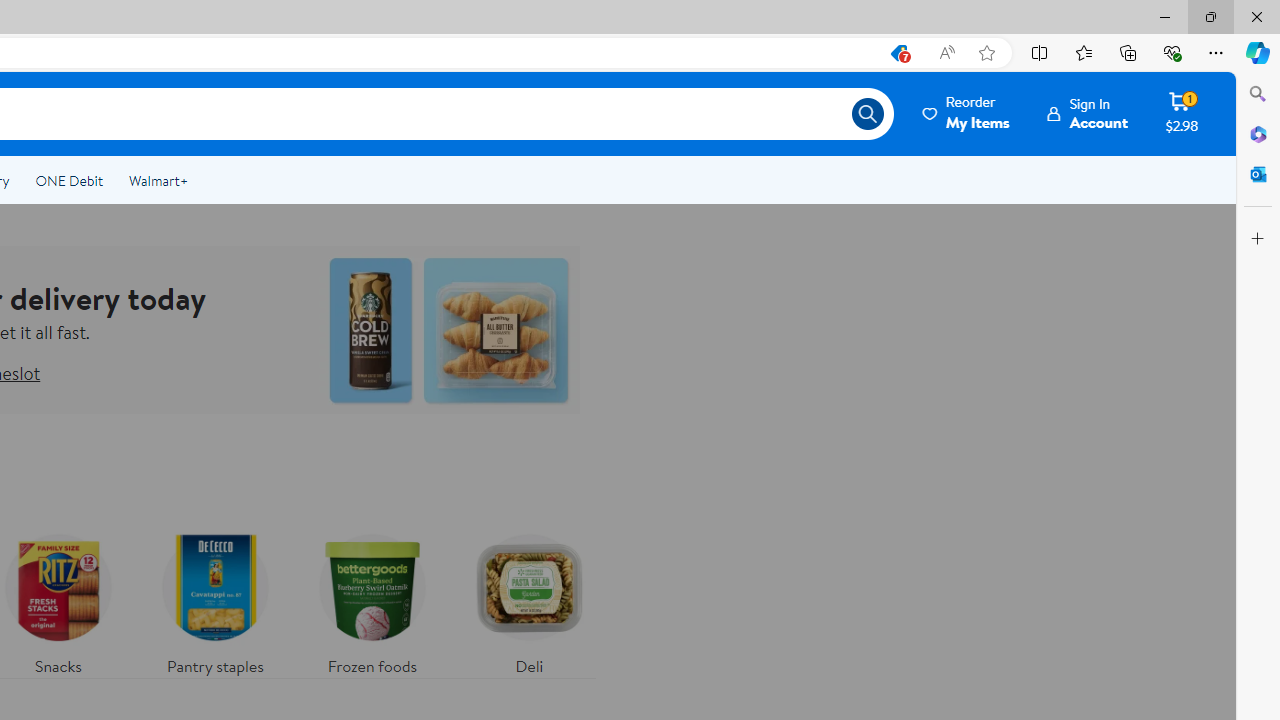  Describe the element at coordinates (967, 113) in the screenshot. I see `'Reorder My Items'` at that location.